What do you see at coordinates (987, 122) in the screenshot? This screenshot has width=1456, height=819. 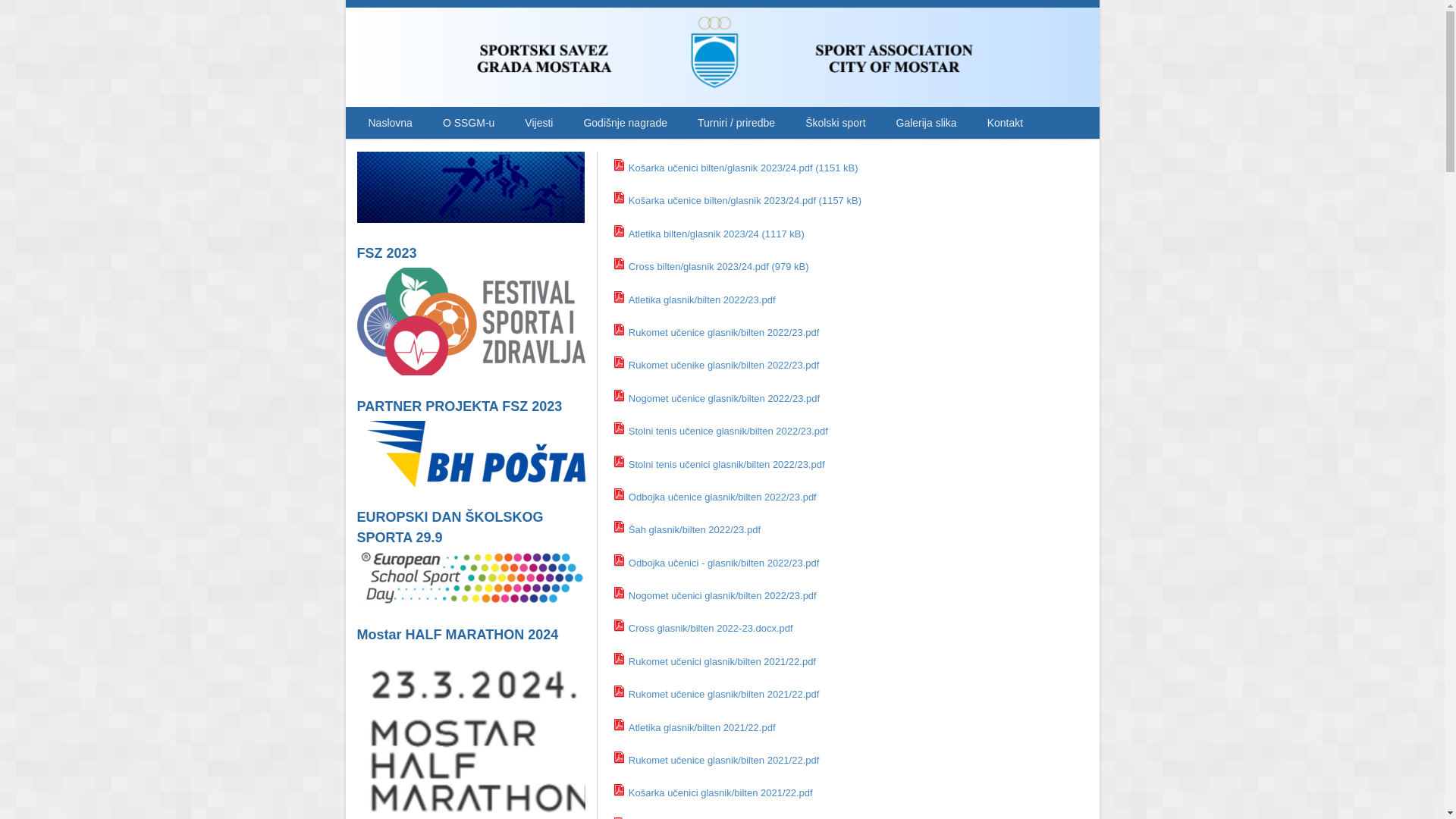 I see `'Kontakt'` at bounding box center [987, 122].